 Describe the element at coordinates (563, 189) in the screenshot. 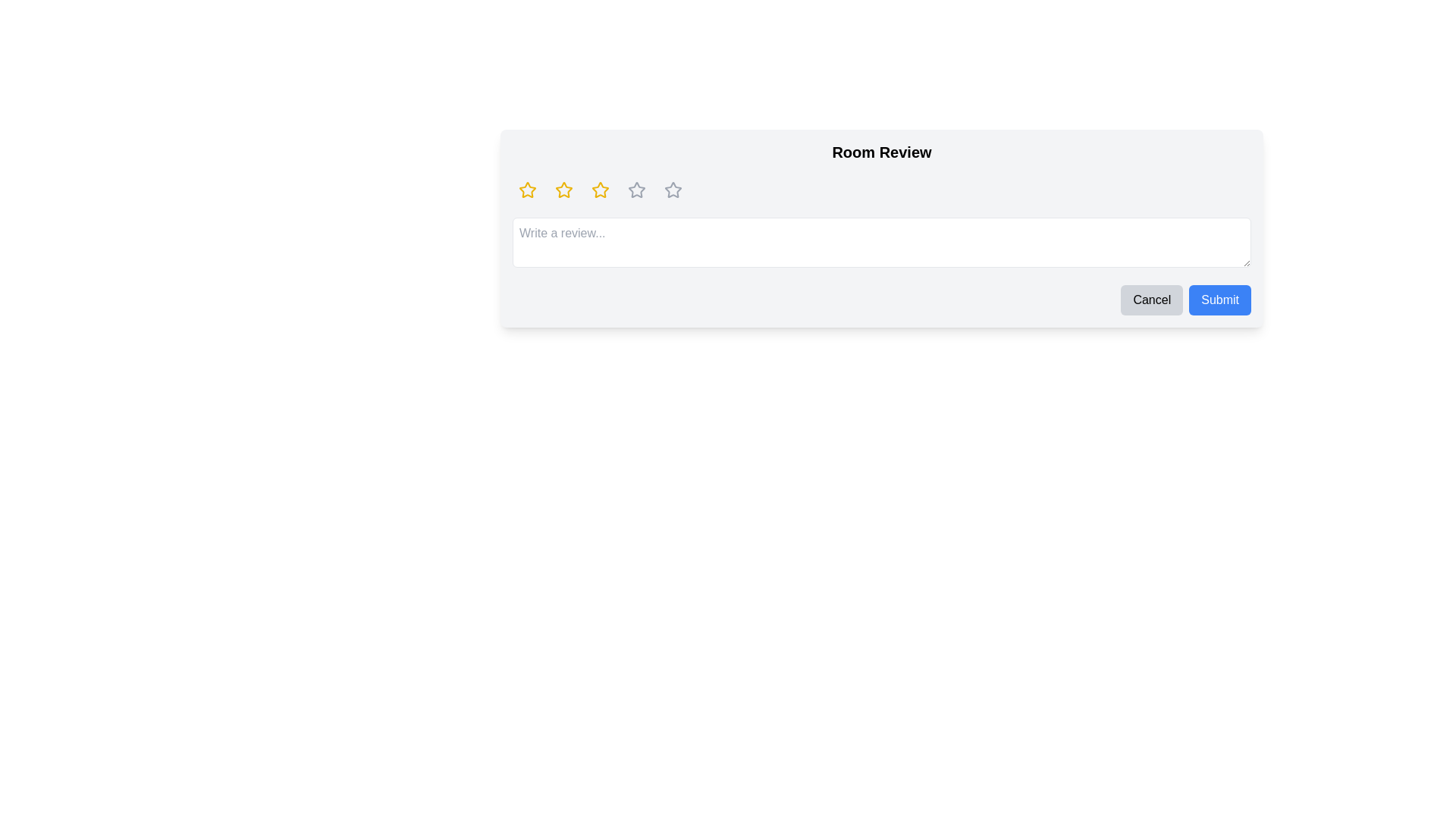

I see `the second star rating icon` at that location.